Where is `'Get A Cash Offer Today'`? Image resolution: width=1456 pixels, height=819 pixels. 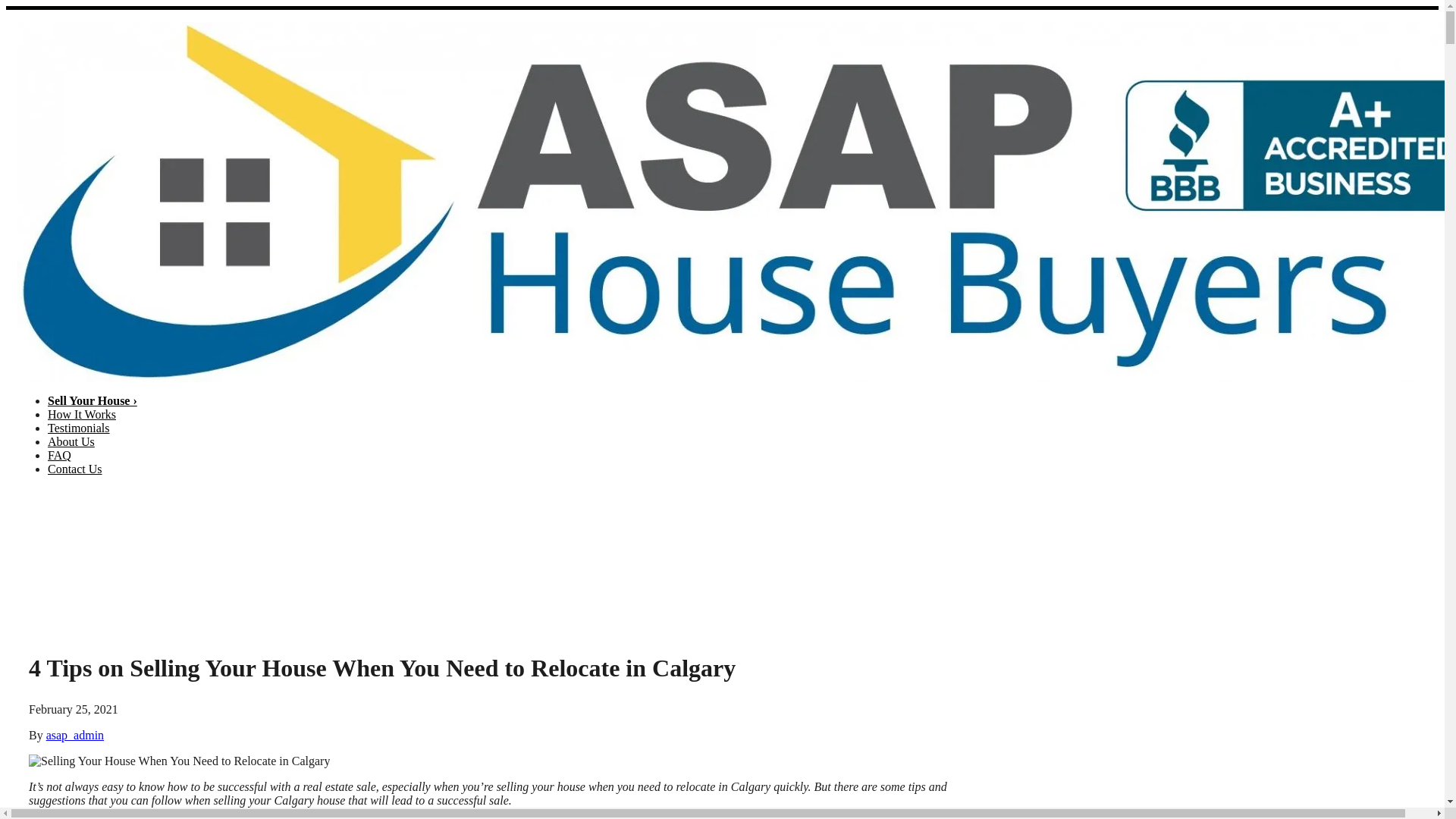
'Get A Cash Offer Today' is located at coordinates (1386, 568).